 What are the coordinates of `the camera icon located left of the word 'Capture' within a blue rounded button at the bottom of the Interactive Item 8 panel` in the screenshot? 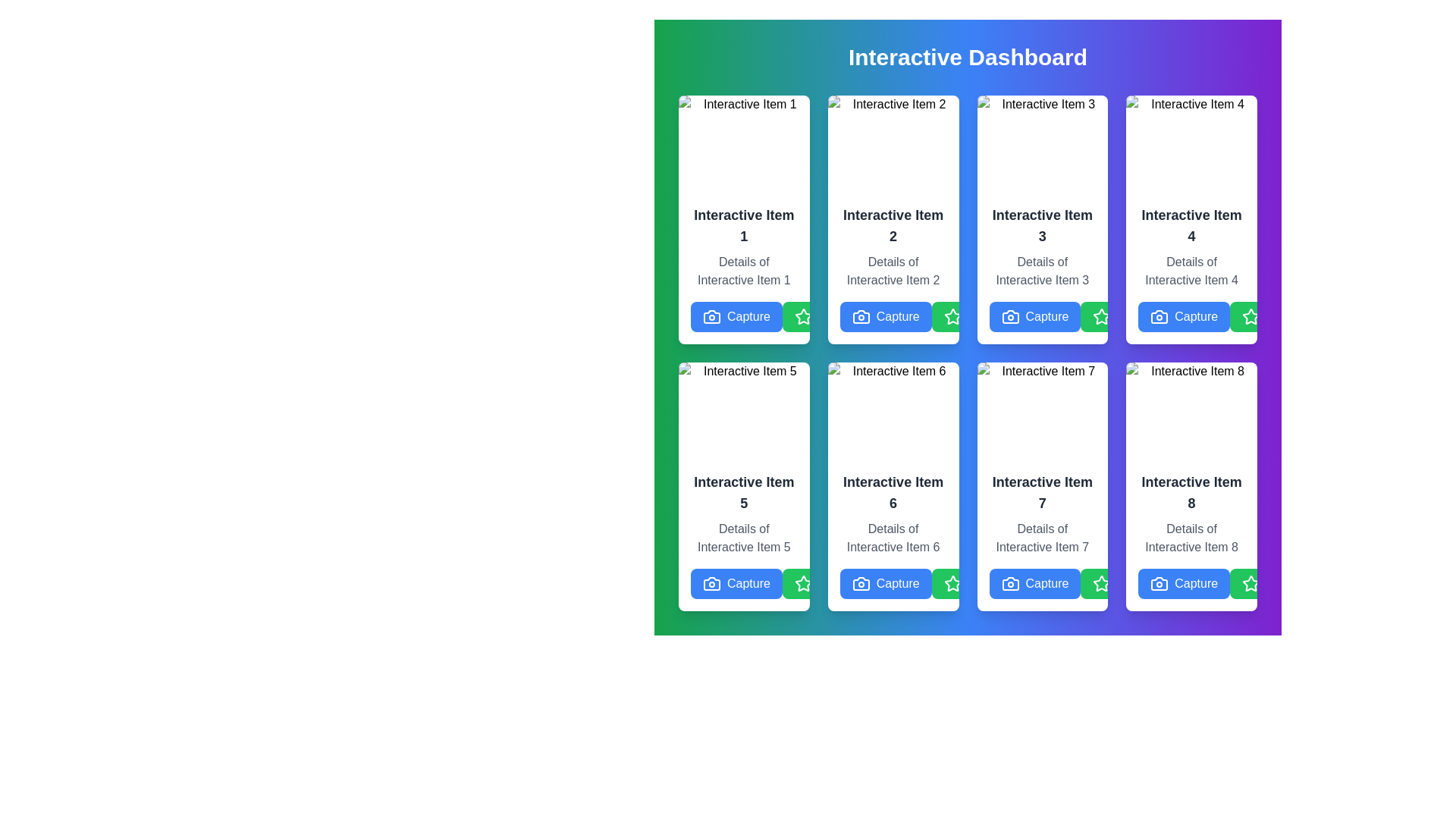 It's located at (1159, 583).